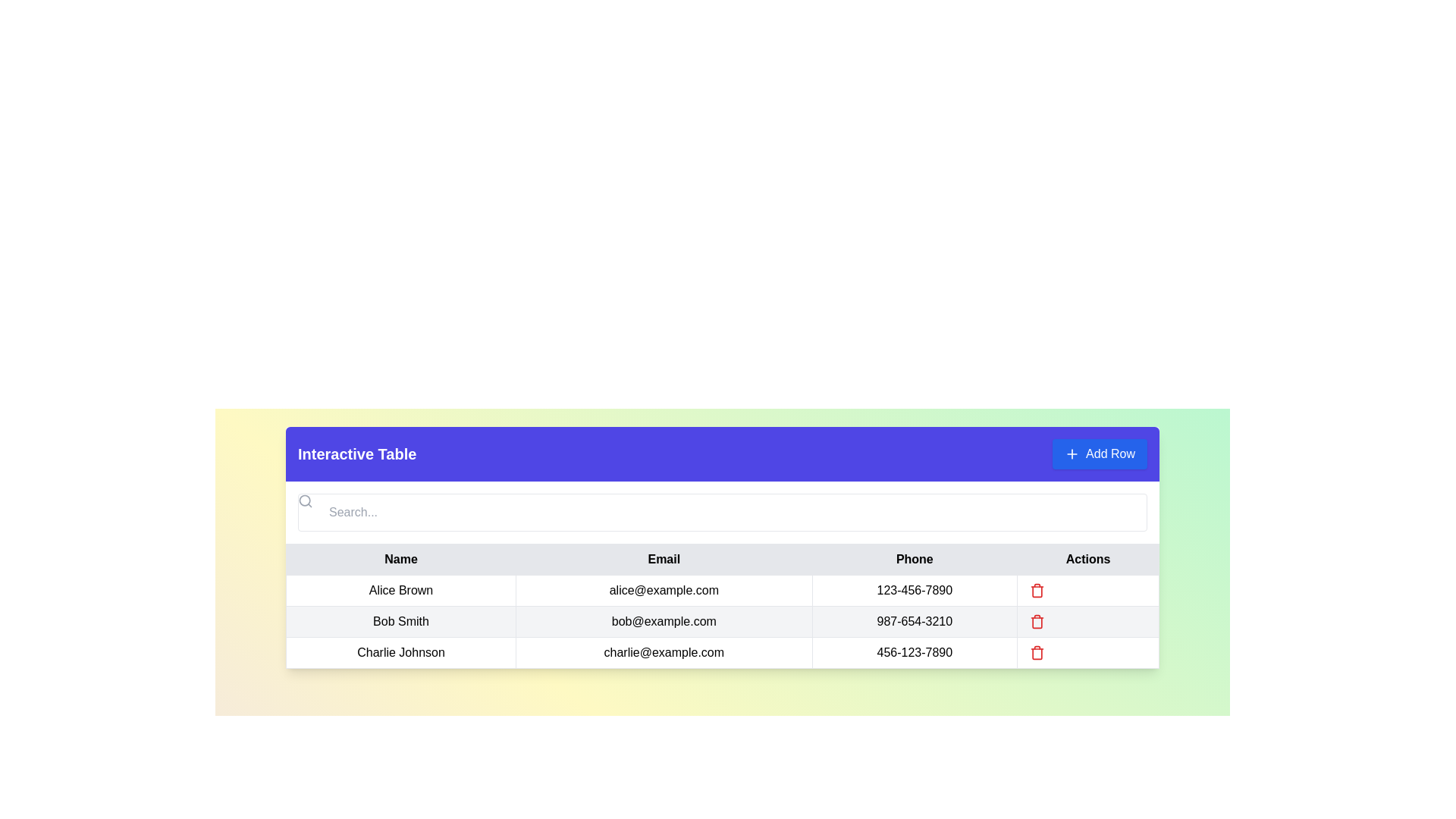 This screenshot has width=1456, height=819. I want to click on the first row entry in the table containing information about 'Alice Brown', which includes the name, email, and phone number, so click(722, 590).